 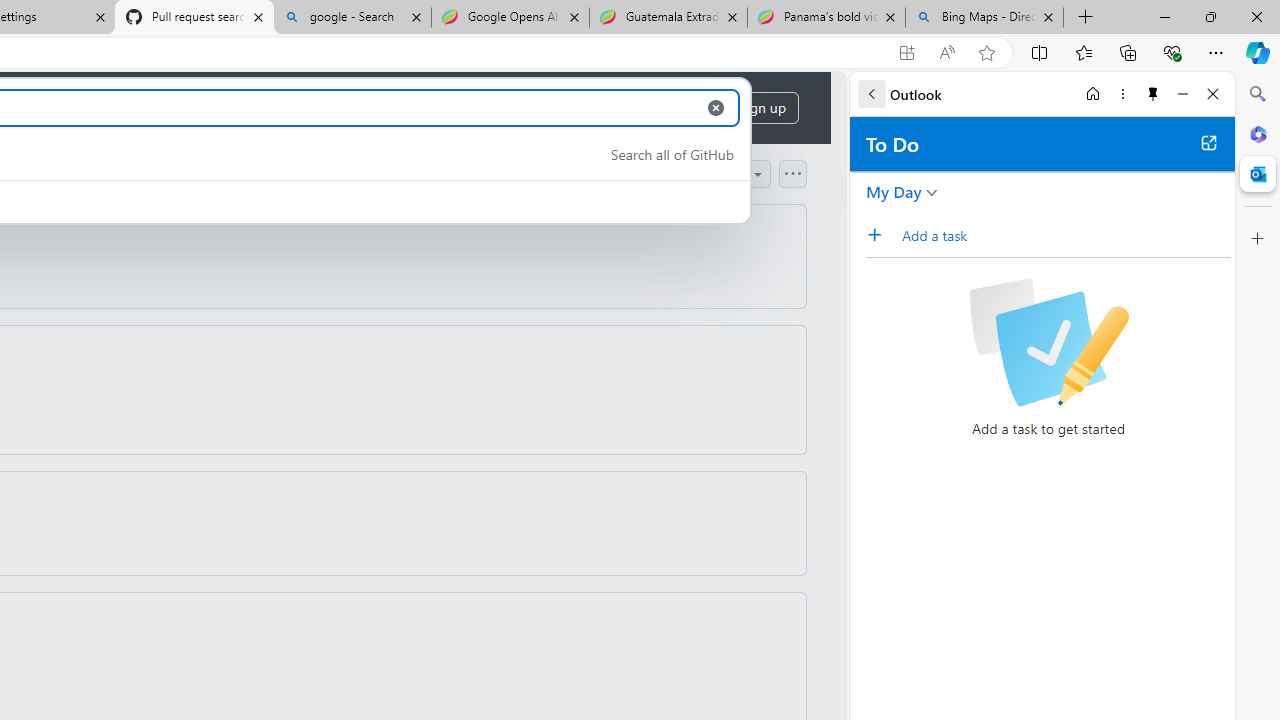 What do you see at coordinates (510, 17) in the screenshot?
I see `'Google Opens AI Academy for Startups - Nearshore Americas'` at bounding box center [510, 17].